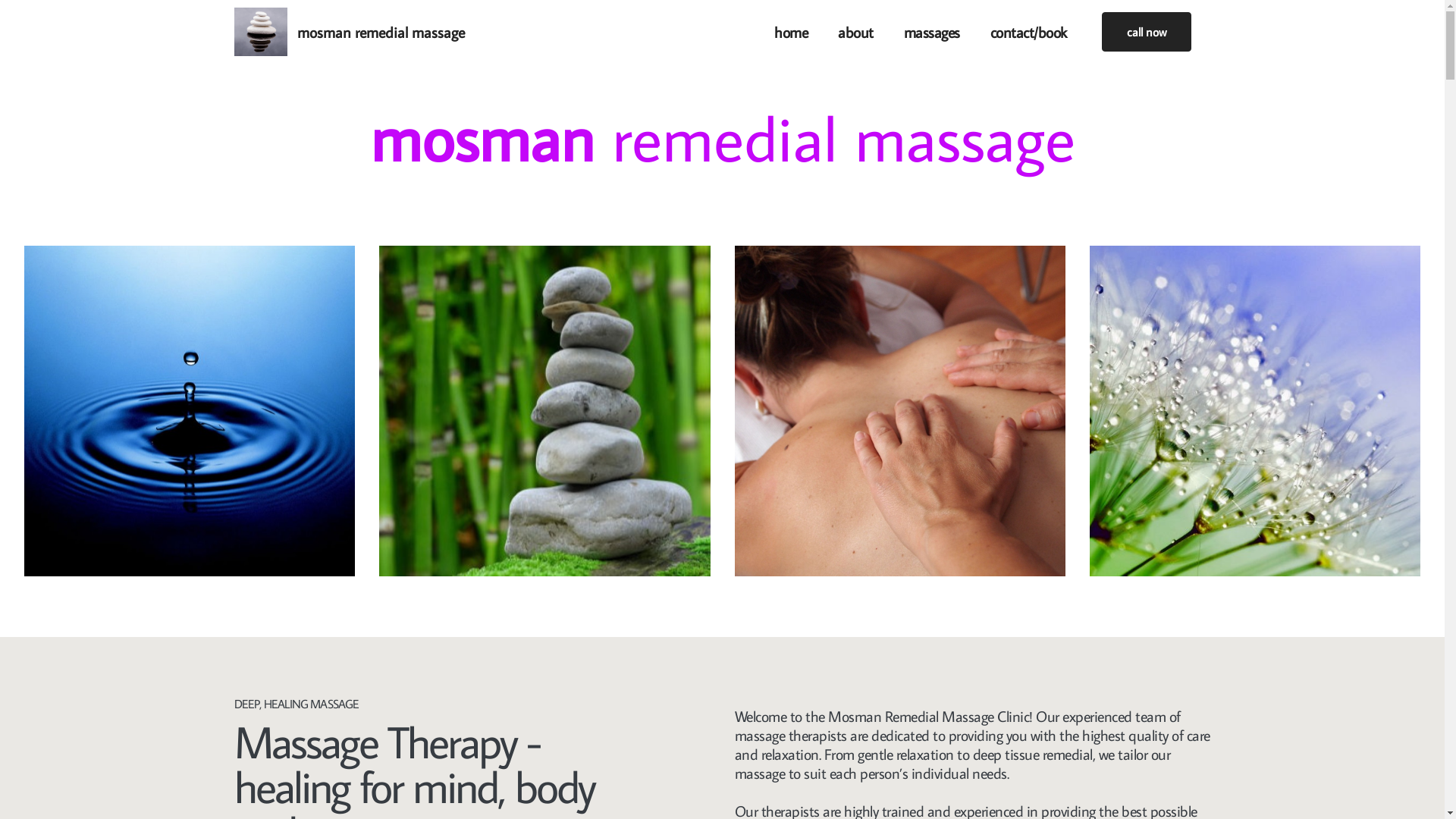  Describe the element at coordinates (381, 32) in the screenshot. I see `'mosman remedial massage'` at that location.